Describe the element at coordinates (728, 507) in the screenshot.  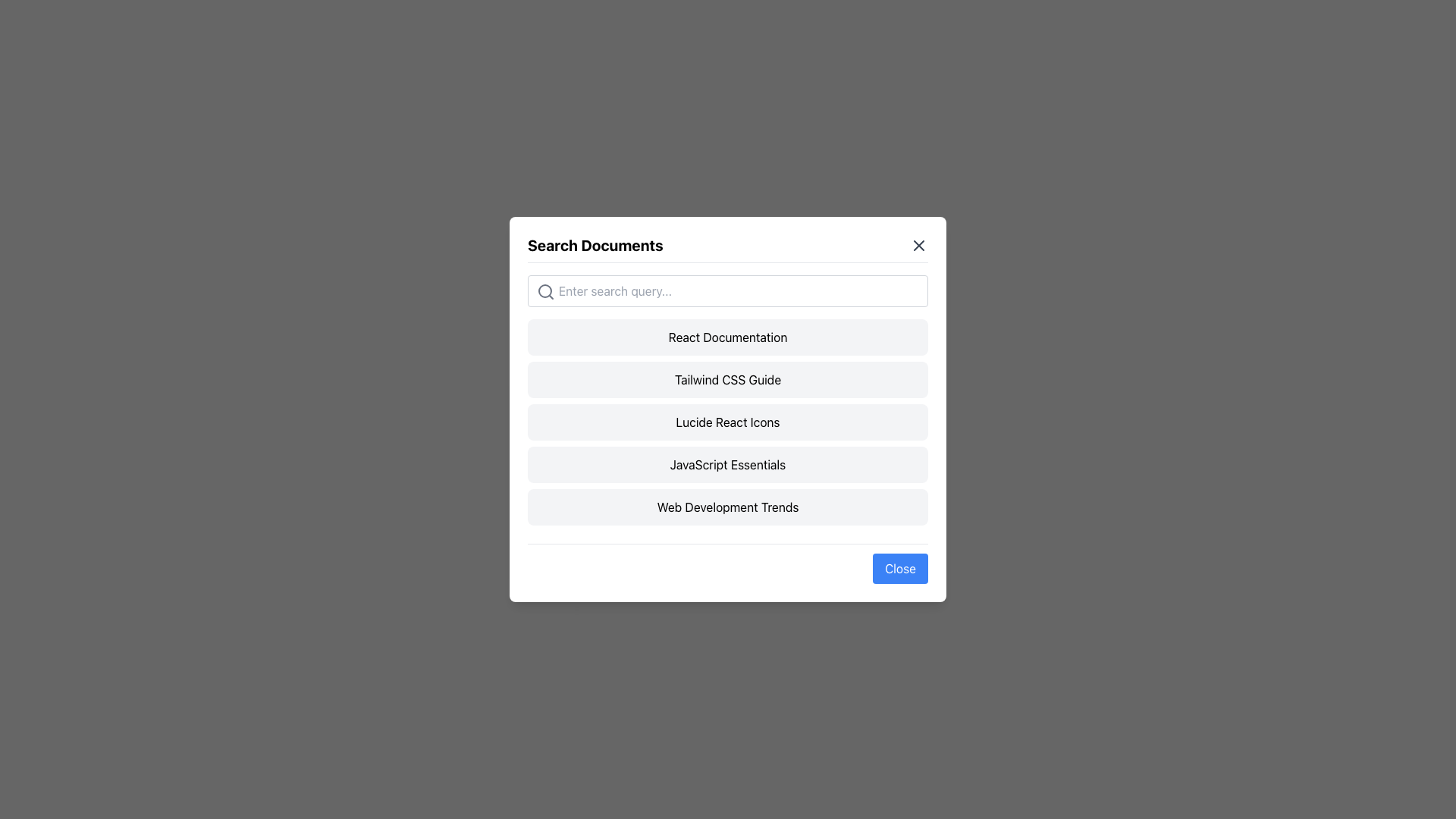
I see `the 'Web Development Trends' button, which is the last button in a vertical list within a modal dialog` at that location.